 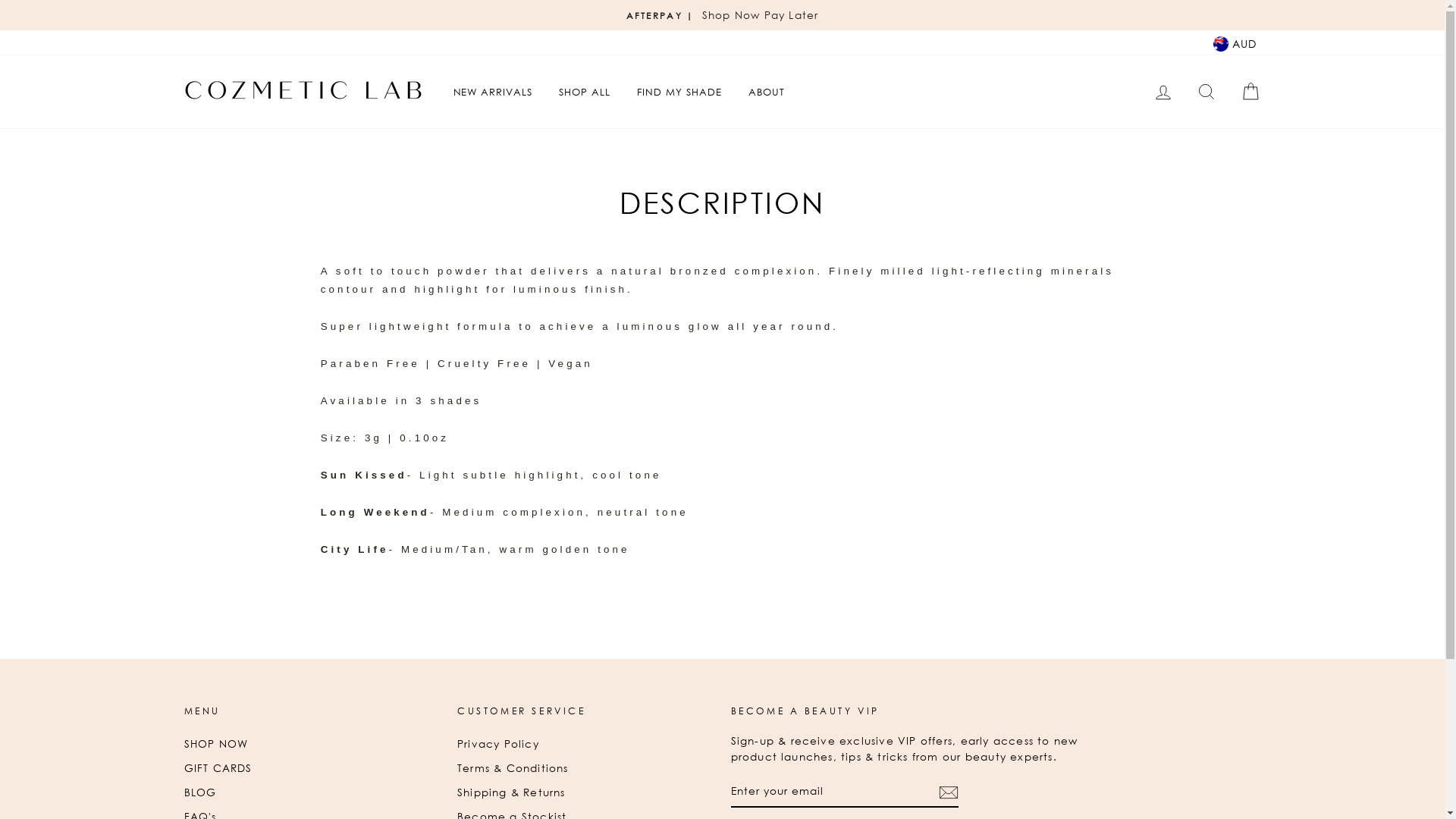 What do you see at coordinates (679, 91) in the screenshot?
I see `'FIND MY SHADE'` at bounding box center [679, 91].